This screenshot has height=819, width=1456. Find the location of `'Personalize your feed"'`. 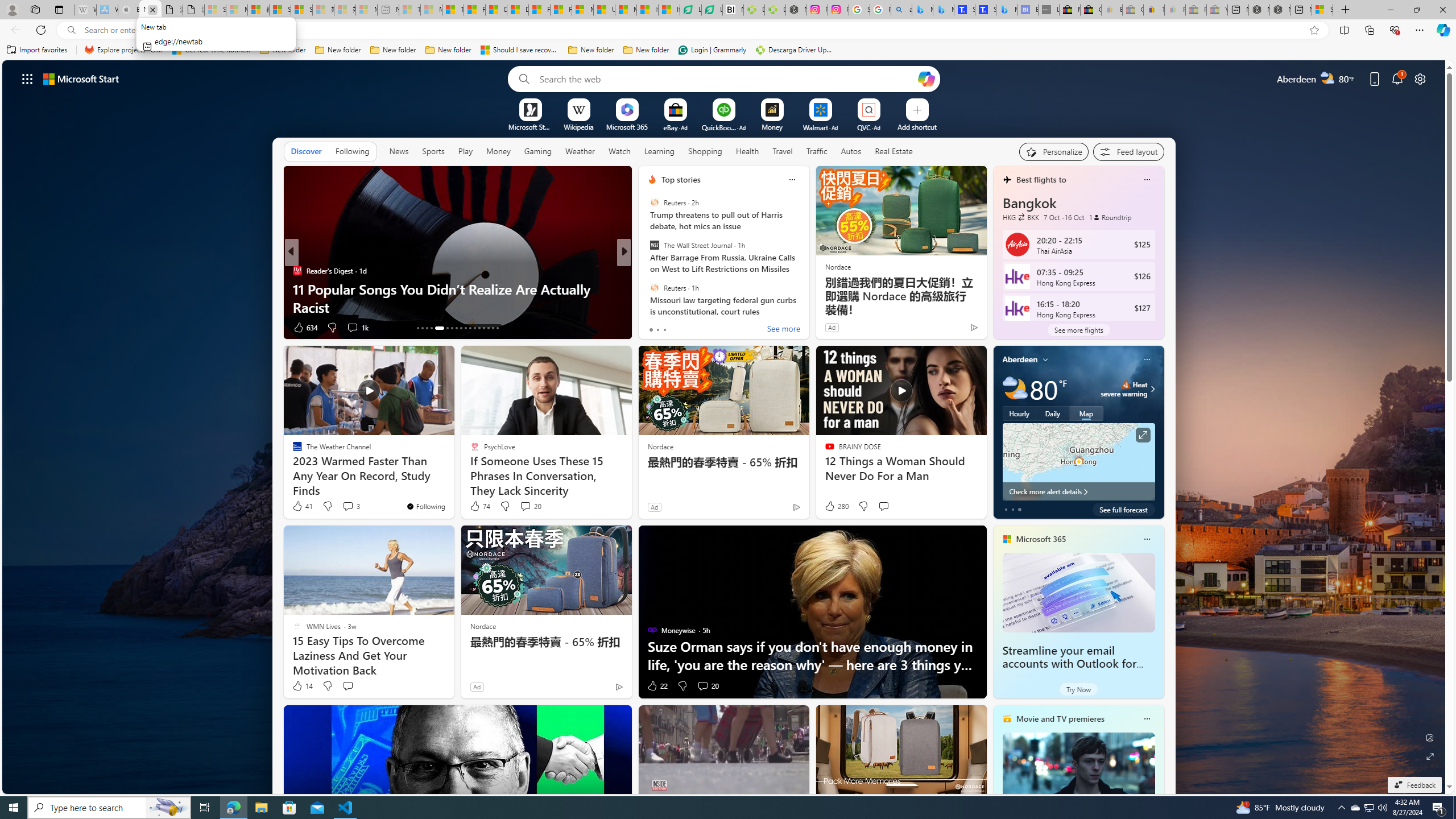

'Personalize your feed"' is located at coordinates (1053, 152).